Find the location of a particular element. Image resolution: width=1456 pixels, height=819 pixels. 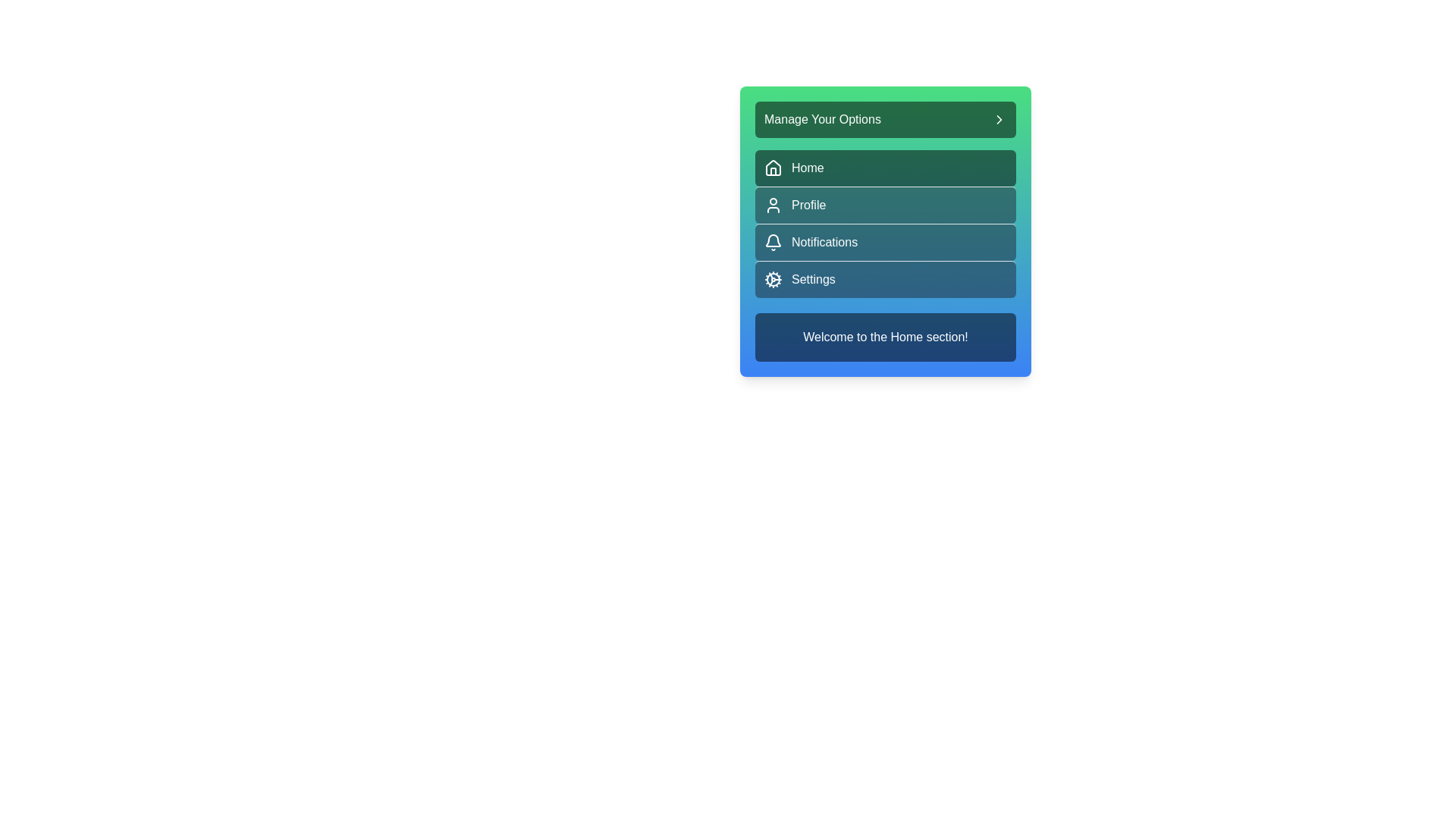

the cogwheel-shaped icon located in the upper-right quadrant of the interface, which serves as a visual cue for the 'Settings' option is located at coordinates (773, 280).